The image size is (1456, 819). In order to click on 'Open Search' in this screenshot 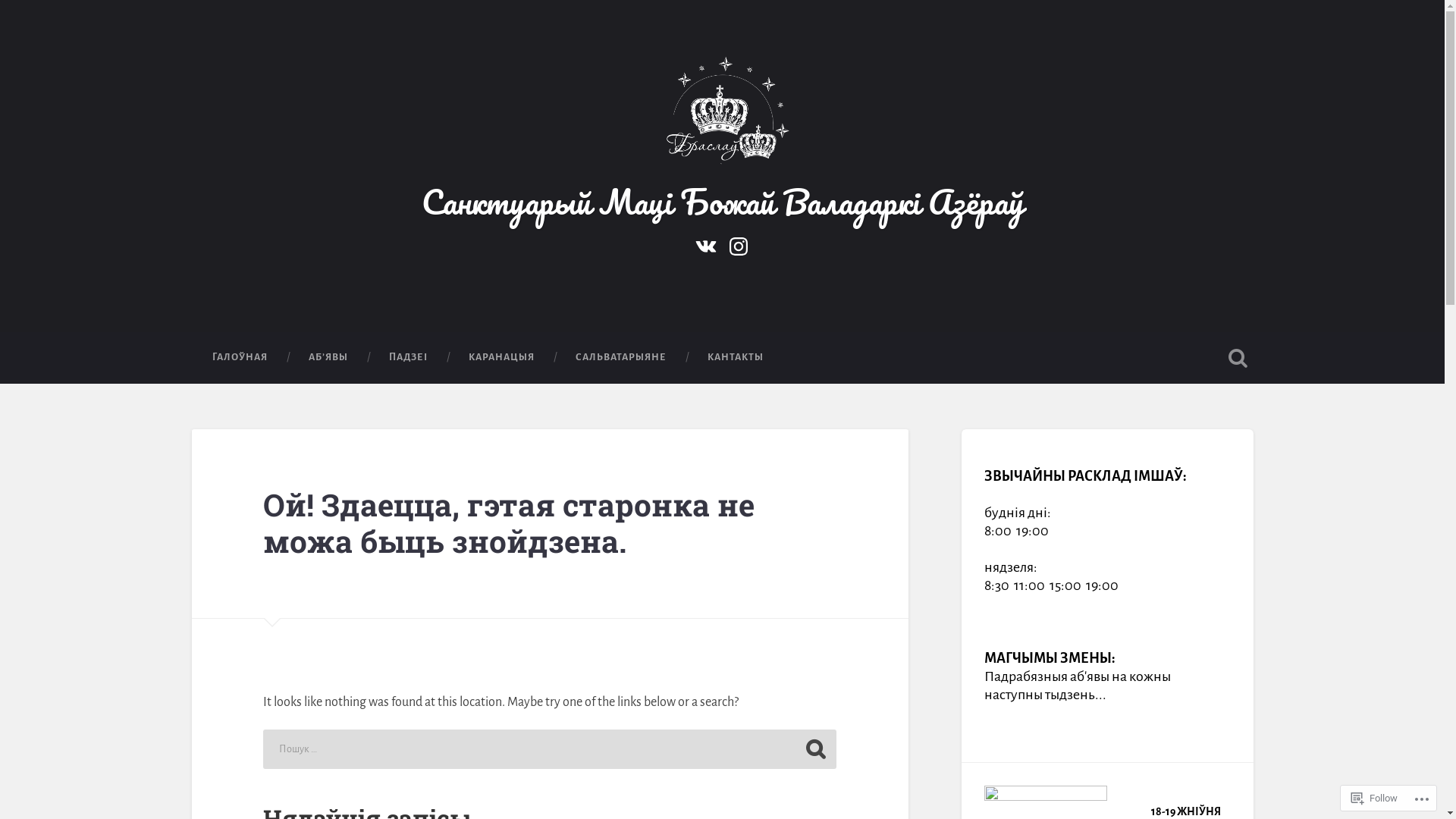, I will do `click(1222, 357)`.